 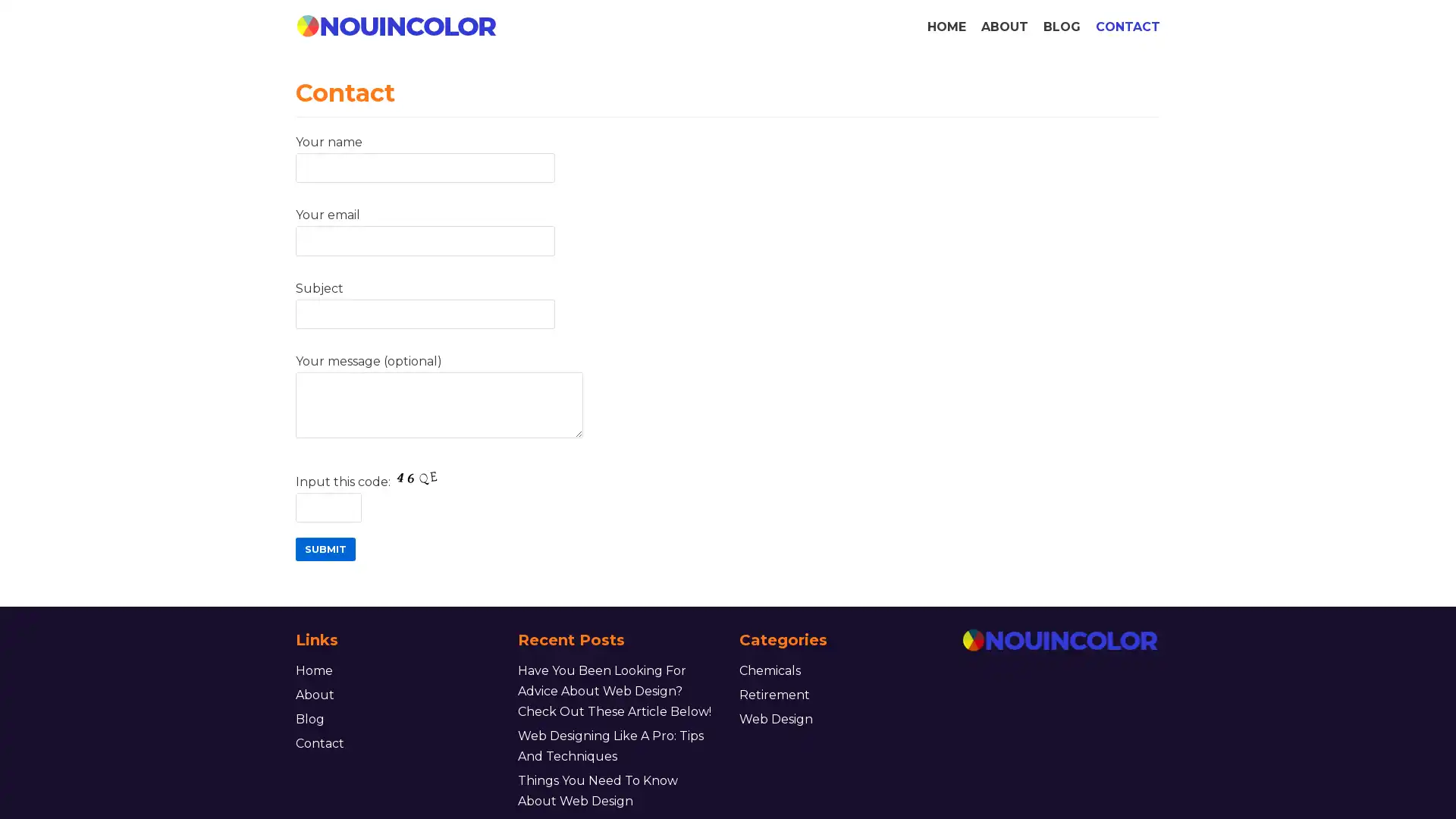 I want to click on Submit, so click(x=325, y=549).